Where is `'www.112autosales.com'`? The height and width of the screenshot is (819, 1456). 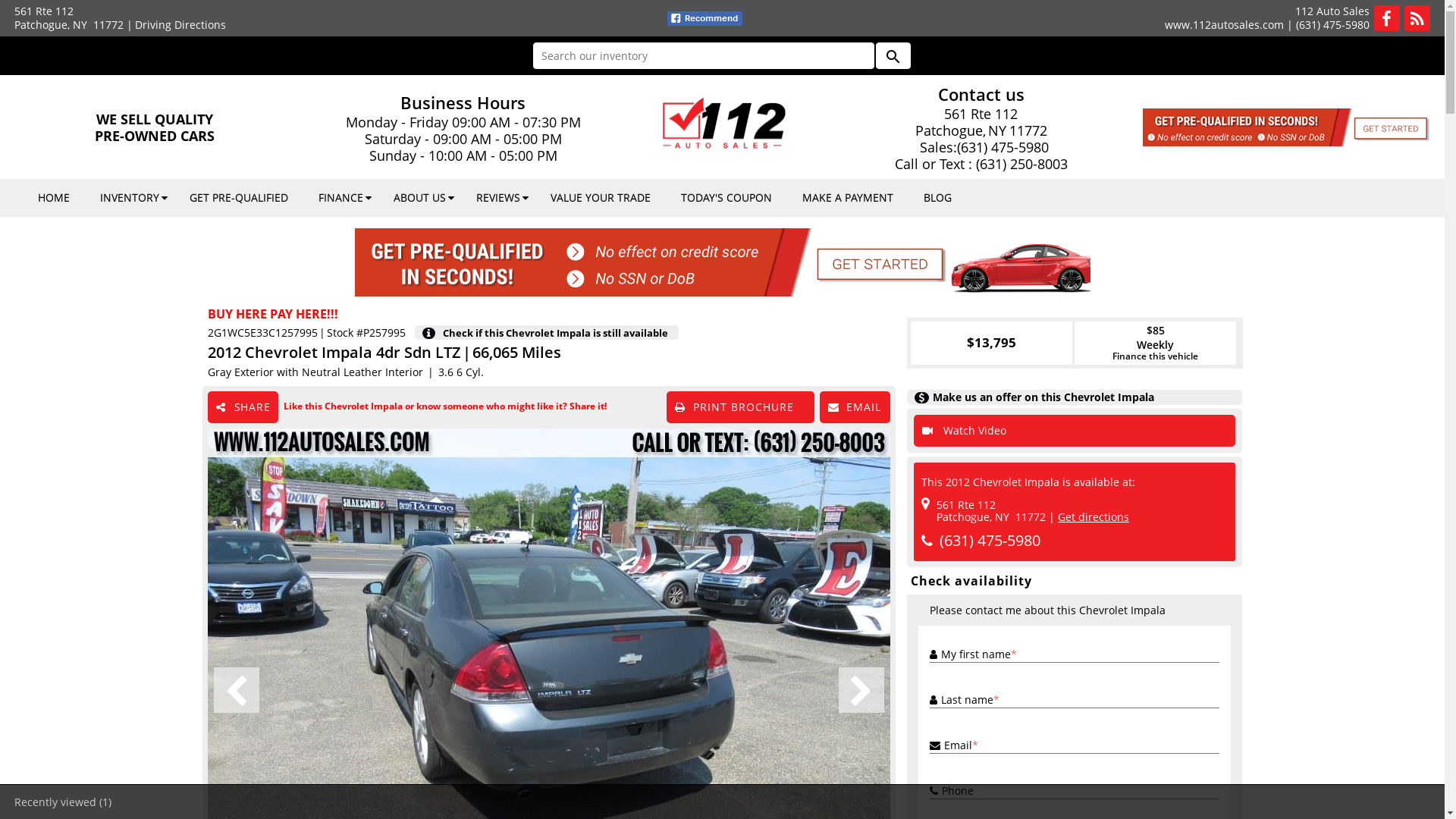 'www.112autosales.com' is located at coordinates (1224, 24).